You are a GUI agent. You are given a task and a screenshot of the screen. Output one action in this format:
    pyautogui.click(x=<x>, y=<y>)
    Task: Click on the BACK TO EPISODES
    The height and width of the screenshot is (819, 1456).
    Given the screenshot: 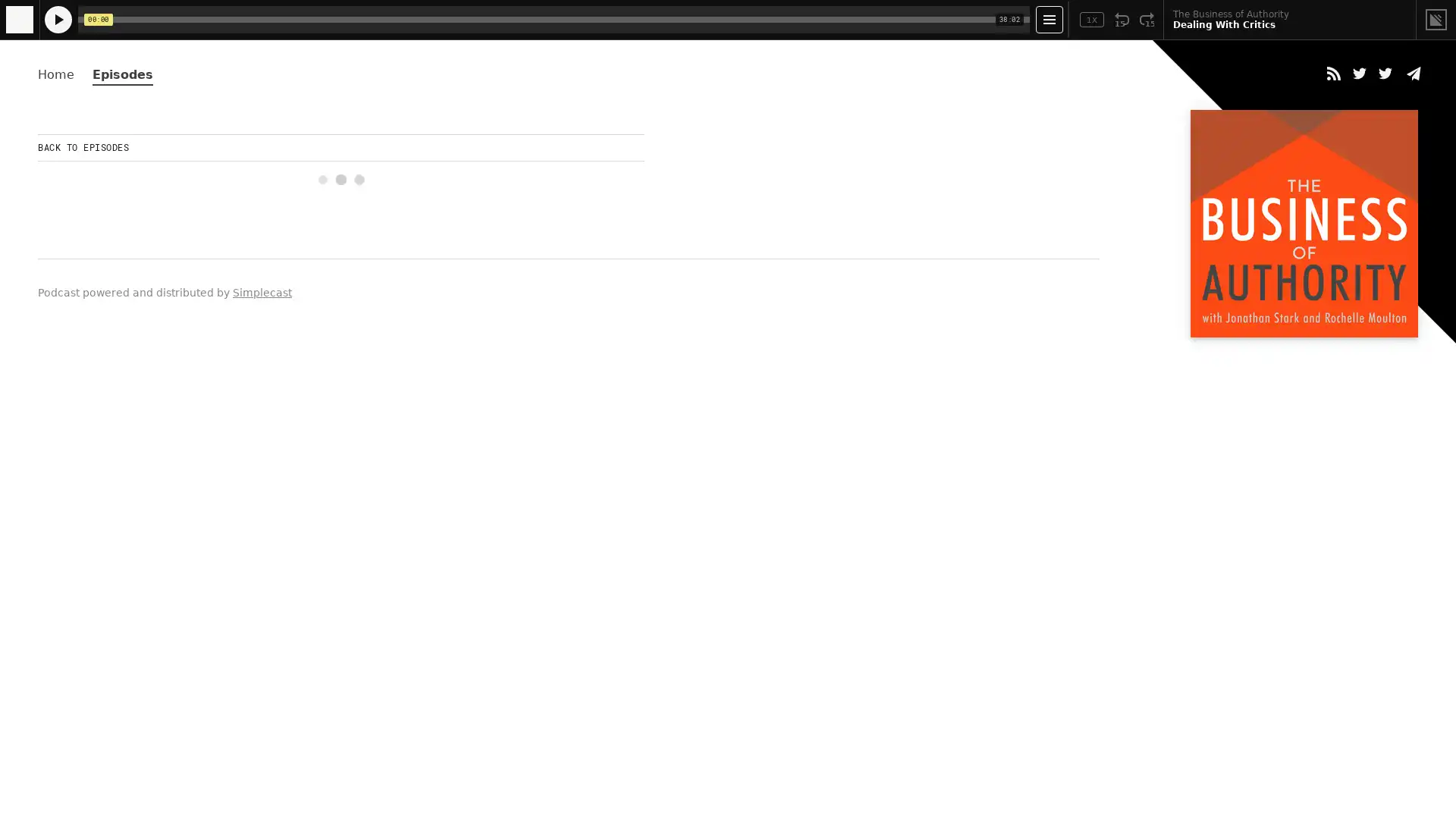 What is the action you would take?
    pyautogui.click(x=340, y=148)
    